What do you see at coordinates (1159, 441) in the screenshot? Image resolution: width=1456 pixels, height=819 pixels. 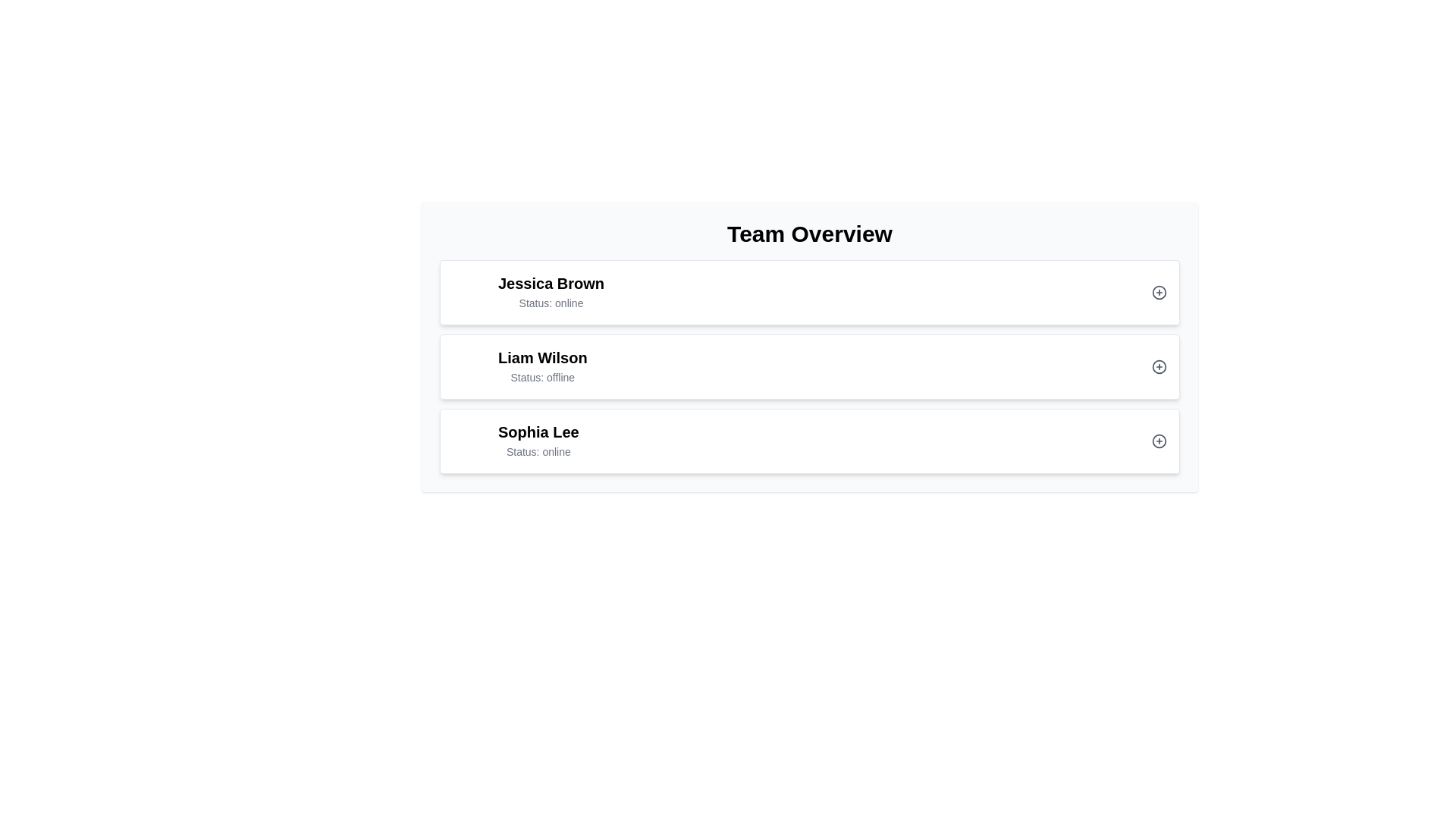 I see `the interactive button located on the far-right edge of the list items corresponding to 'Sophia Lee' in the third row` at bounding box center [1159, 441].